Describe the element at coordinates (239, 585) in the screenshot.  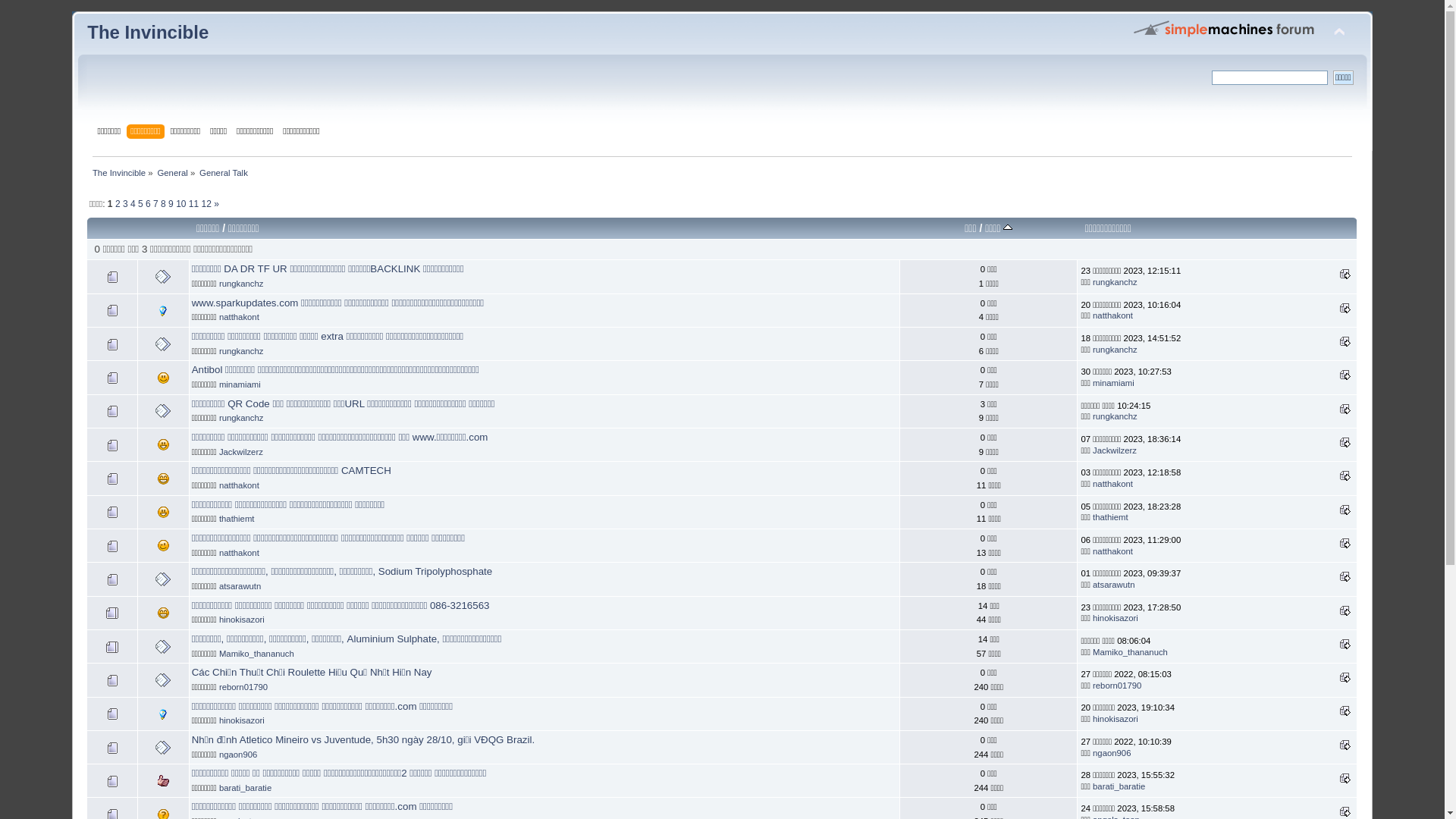
I see `'atsarawutn'` at that location.